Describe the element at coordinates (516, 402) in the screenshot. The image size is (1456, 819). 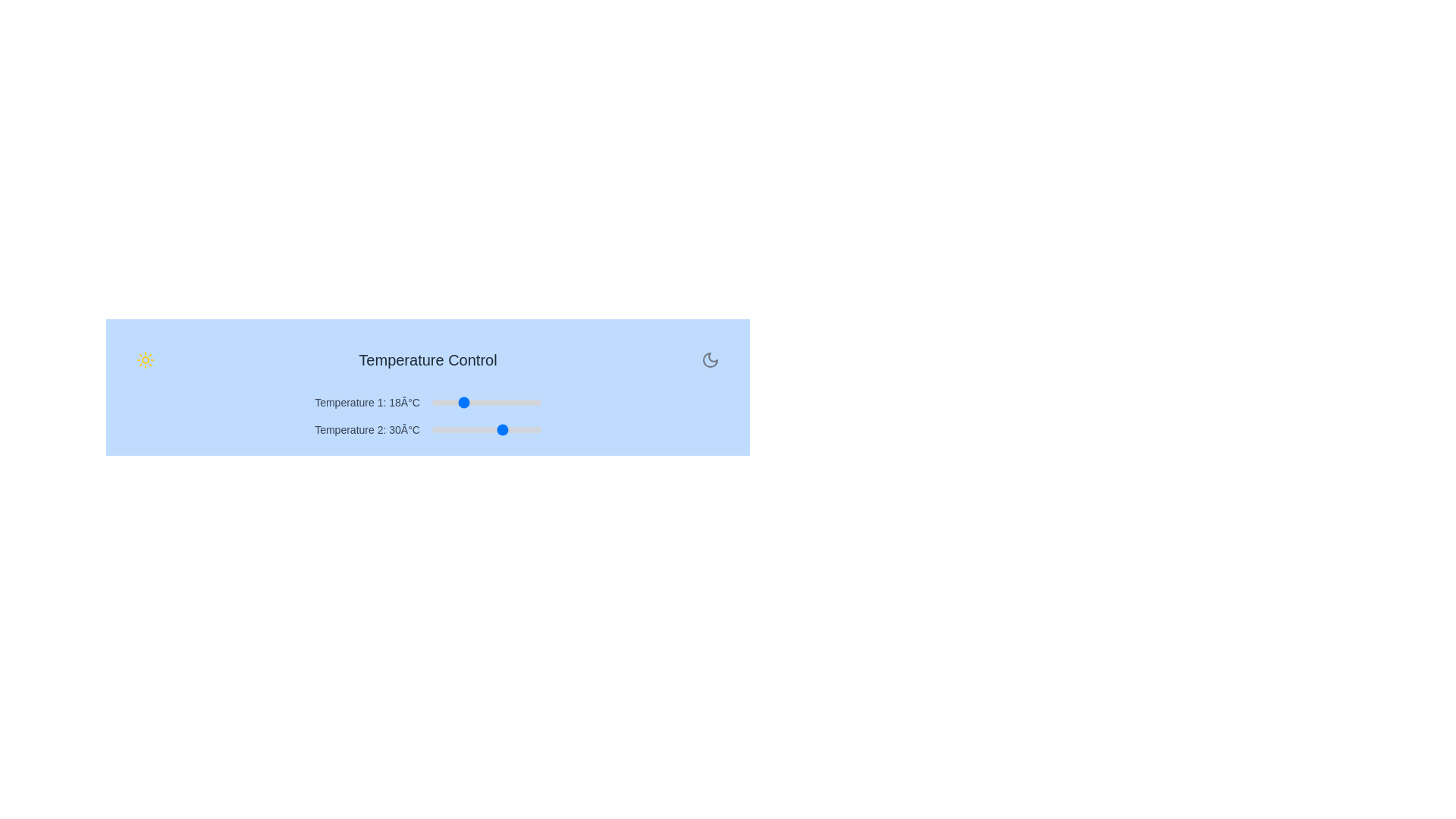
I see `Temperature 1` at that location.